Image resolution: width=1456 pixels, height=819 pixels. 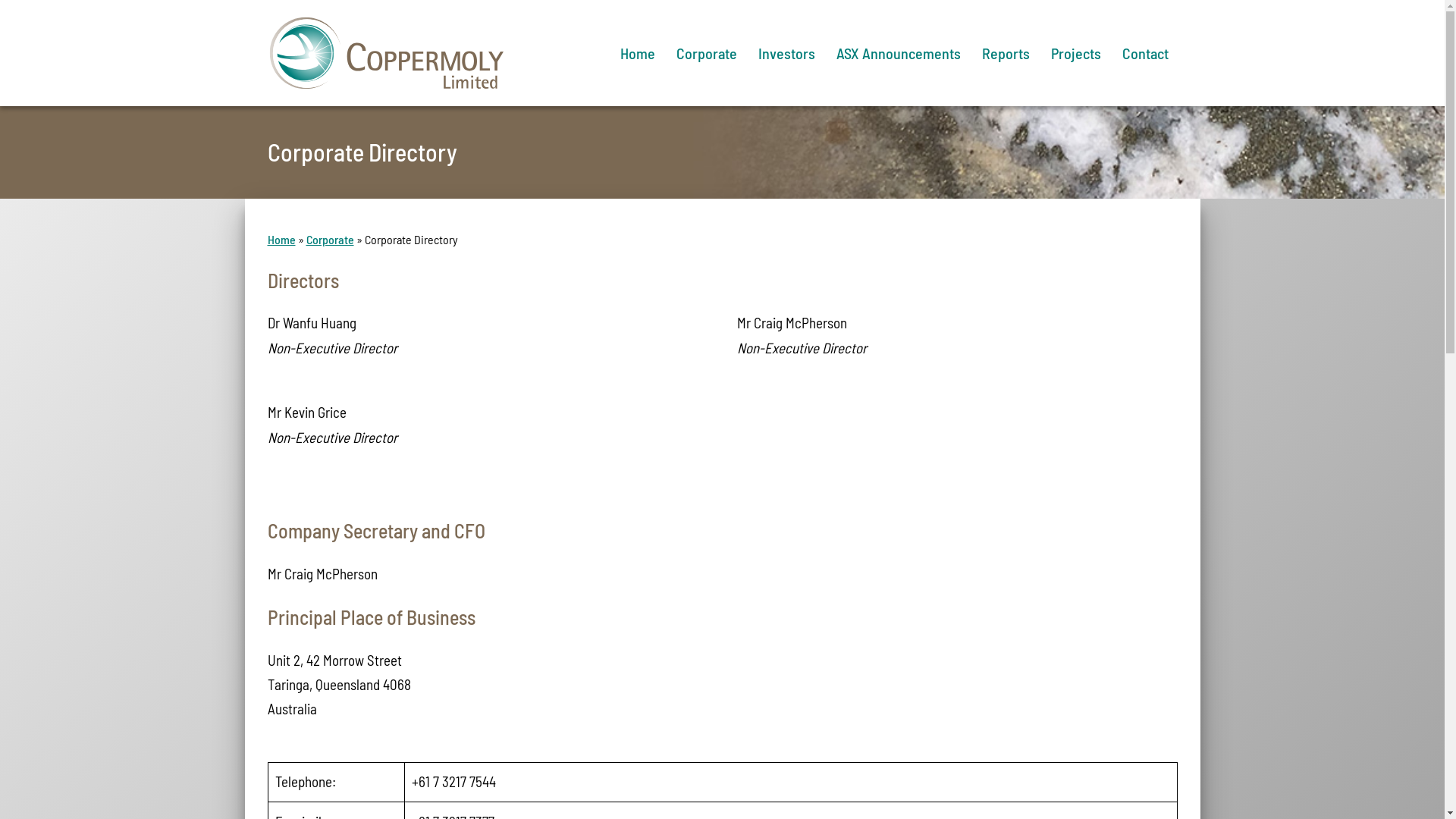 I want to click on 'Home', so click(x=637, y=52).